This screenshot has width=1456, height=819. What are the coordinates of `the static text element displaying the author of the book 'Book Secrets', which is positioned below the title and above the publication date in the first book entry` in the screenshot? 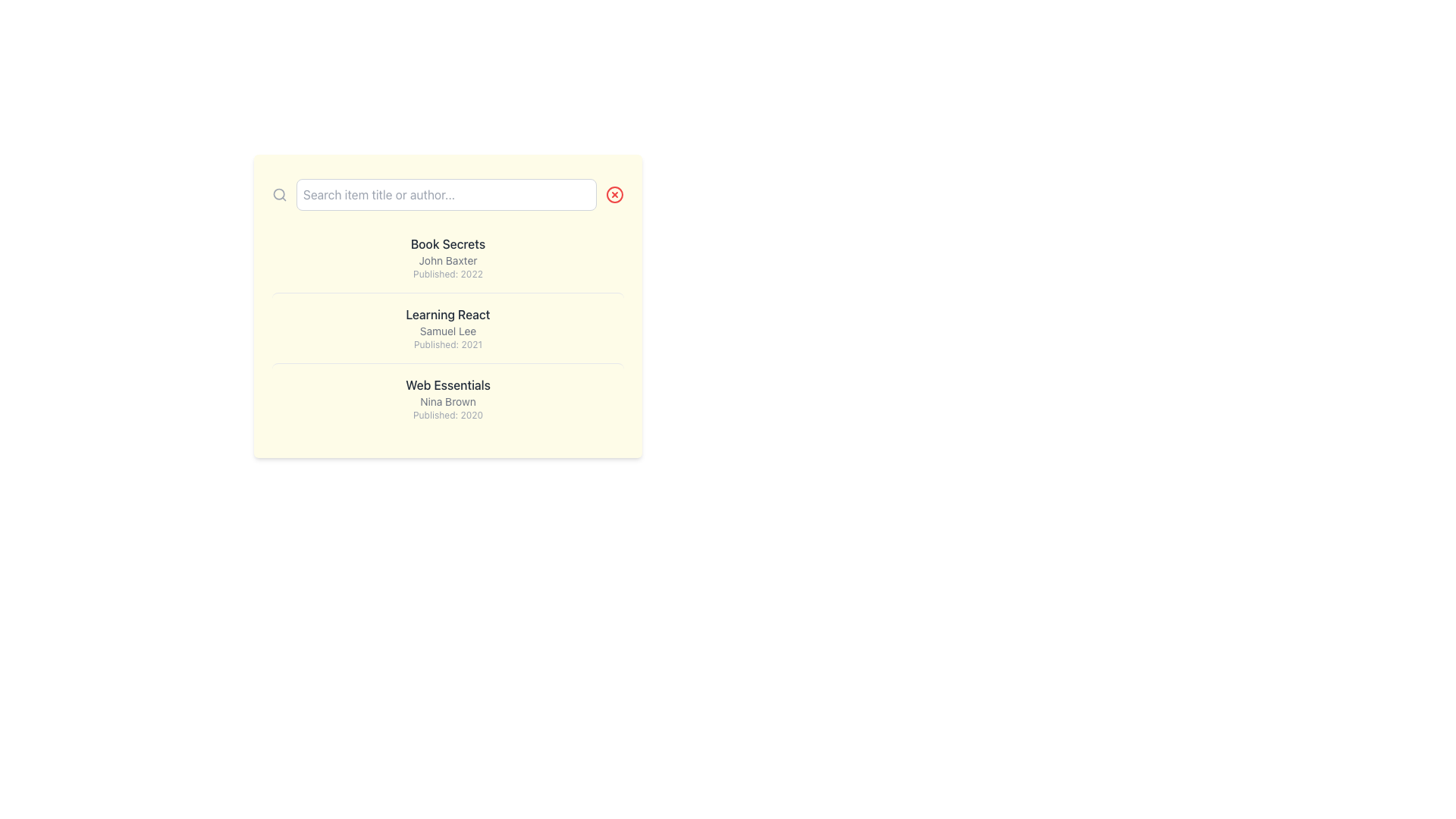 It's located at (447, 259).